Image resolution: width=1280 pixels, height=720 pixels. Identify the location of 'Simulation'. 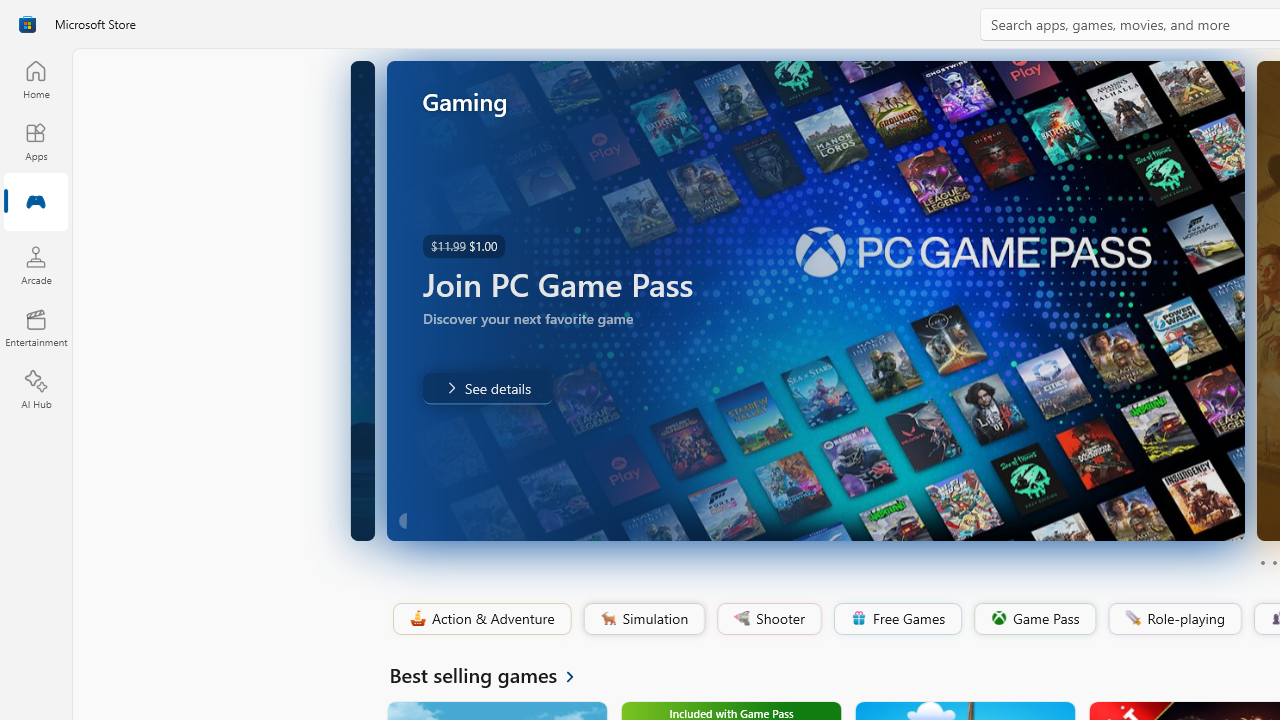
(643, 618).